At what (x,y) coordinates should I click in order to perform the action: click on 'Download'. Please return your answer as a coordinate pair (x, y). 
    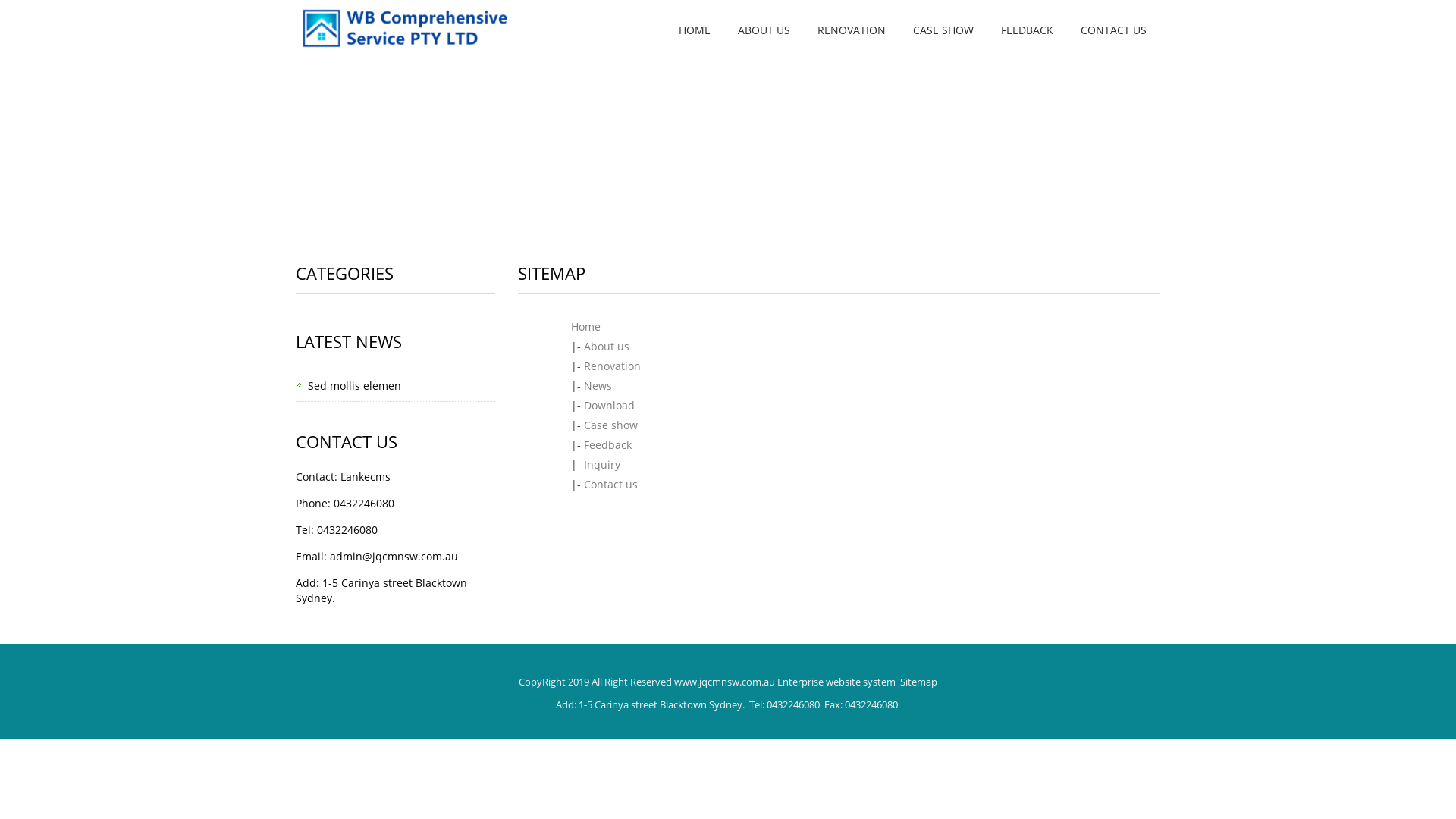
    Looking at the image, I should click on (609, 404).